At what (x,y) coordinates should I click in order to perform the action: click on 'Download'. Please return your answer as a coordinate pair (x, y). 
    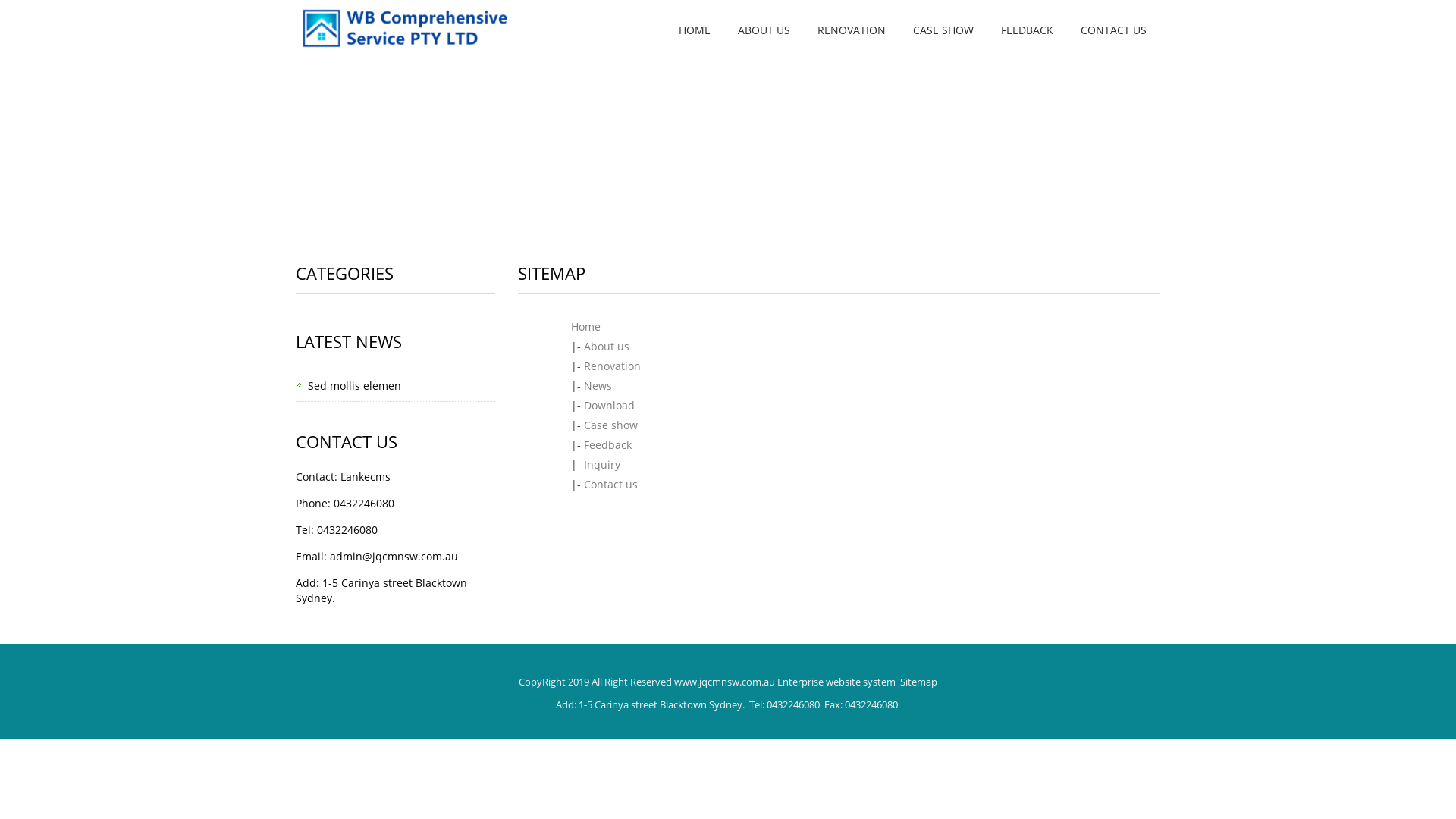
    Looking at the image, I should click on (609, 404).